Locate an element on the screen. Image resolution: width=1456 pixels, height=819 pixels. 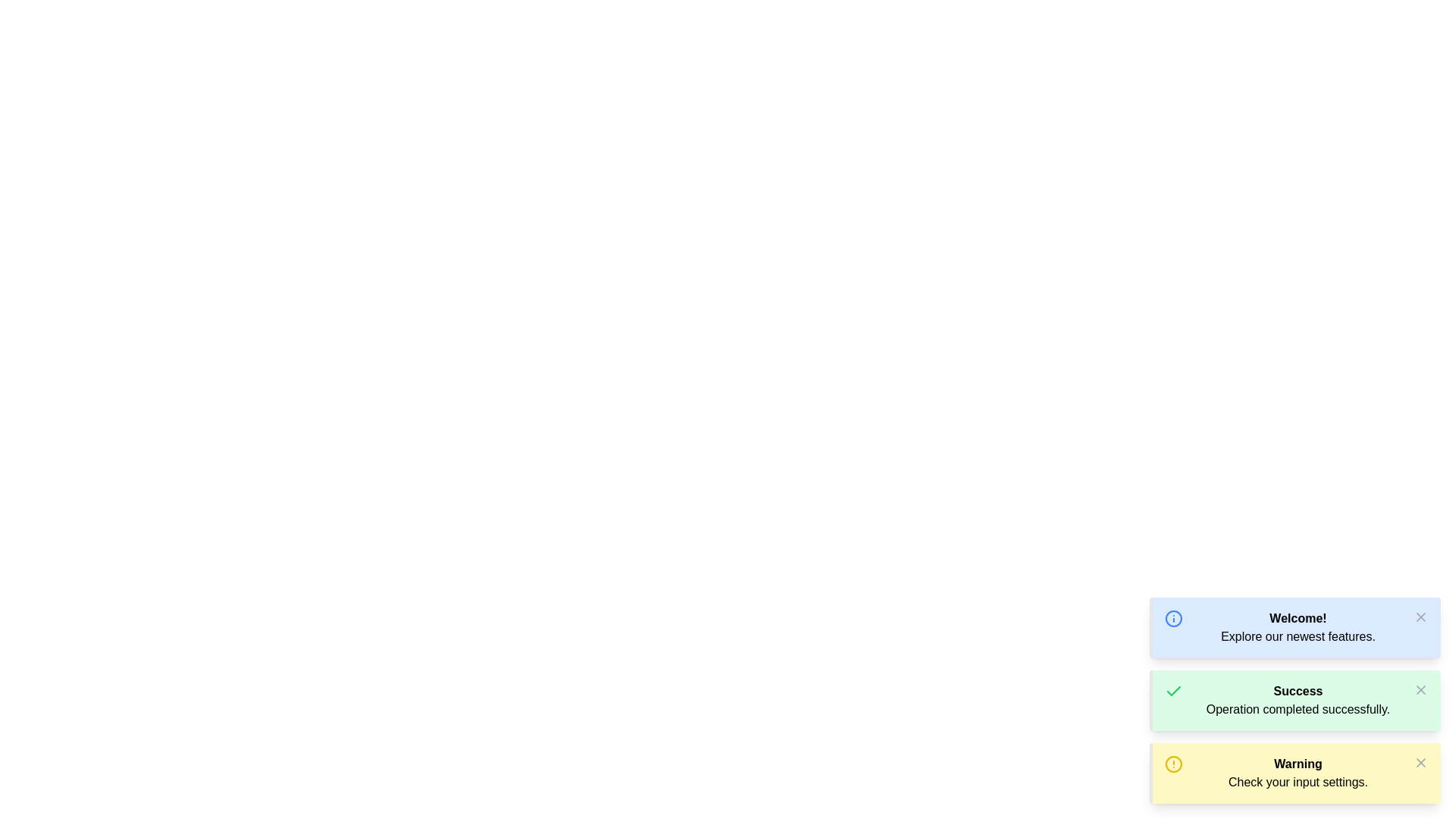
the close button ('X') located at the far right of the 'Warning: Check your input settings' notification card is located at coordinates (1420, 763).